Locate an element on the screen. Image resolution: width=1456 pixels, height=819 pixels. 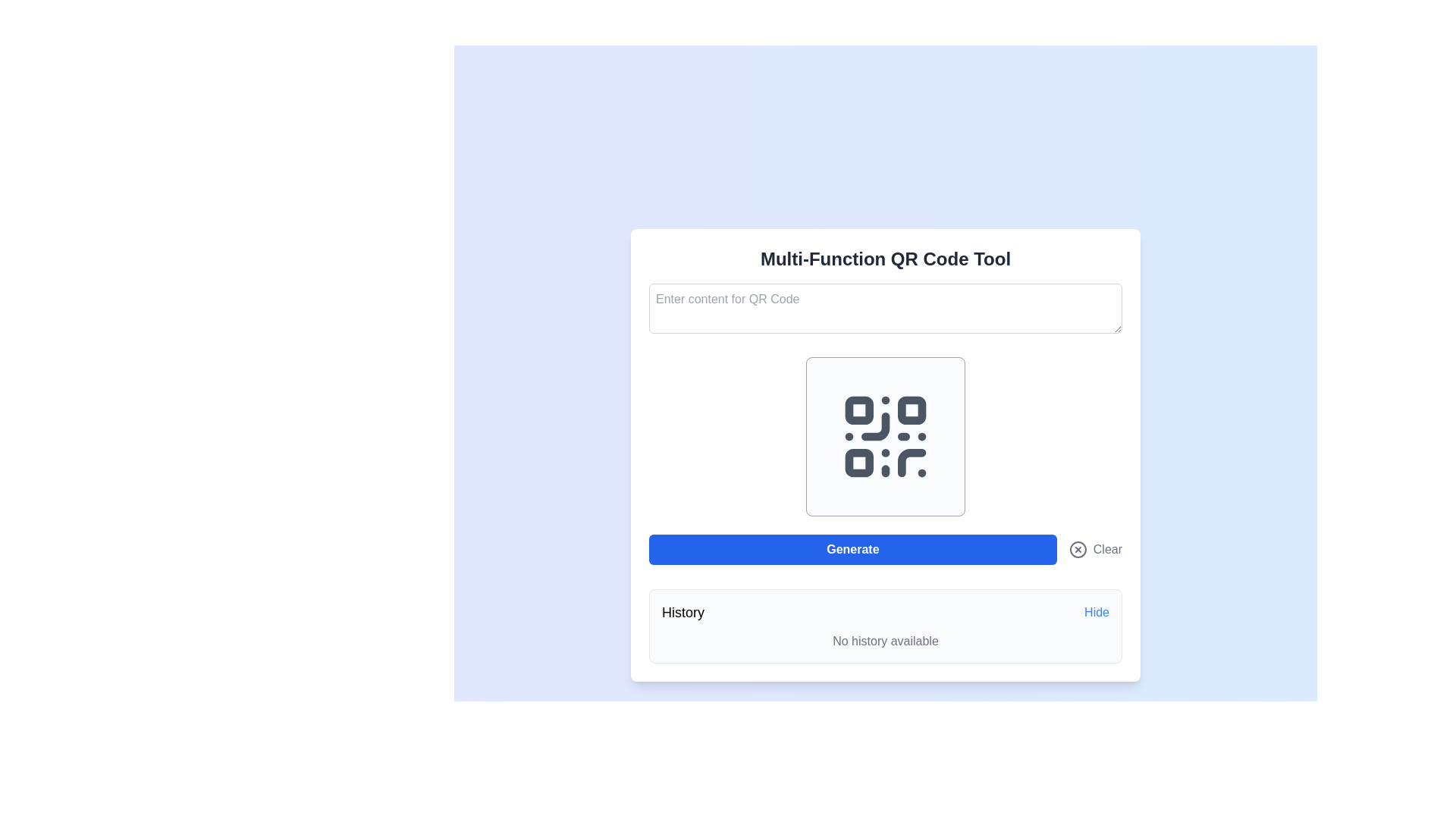
the 'Hide' hyperlink-style button located in the bottom-right corner of the 'History' section is located at coordinates (1097, 611).